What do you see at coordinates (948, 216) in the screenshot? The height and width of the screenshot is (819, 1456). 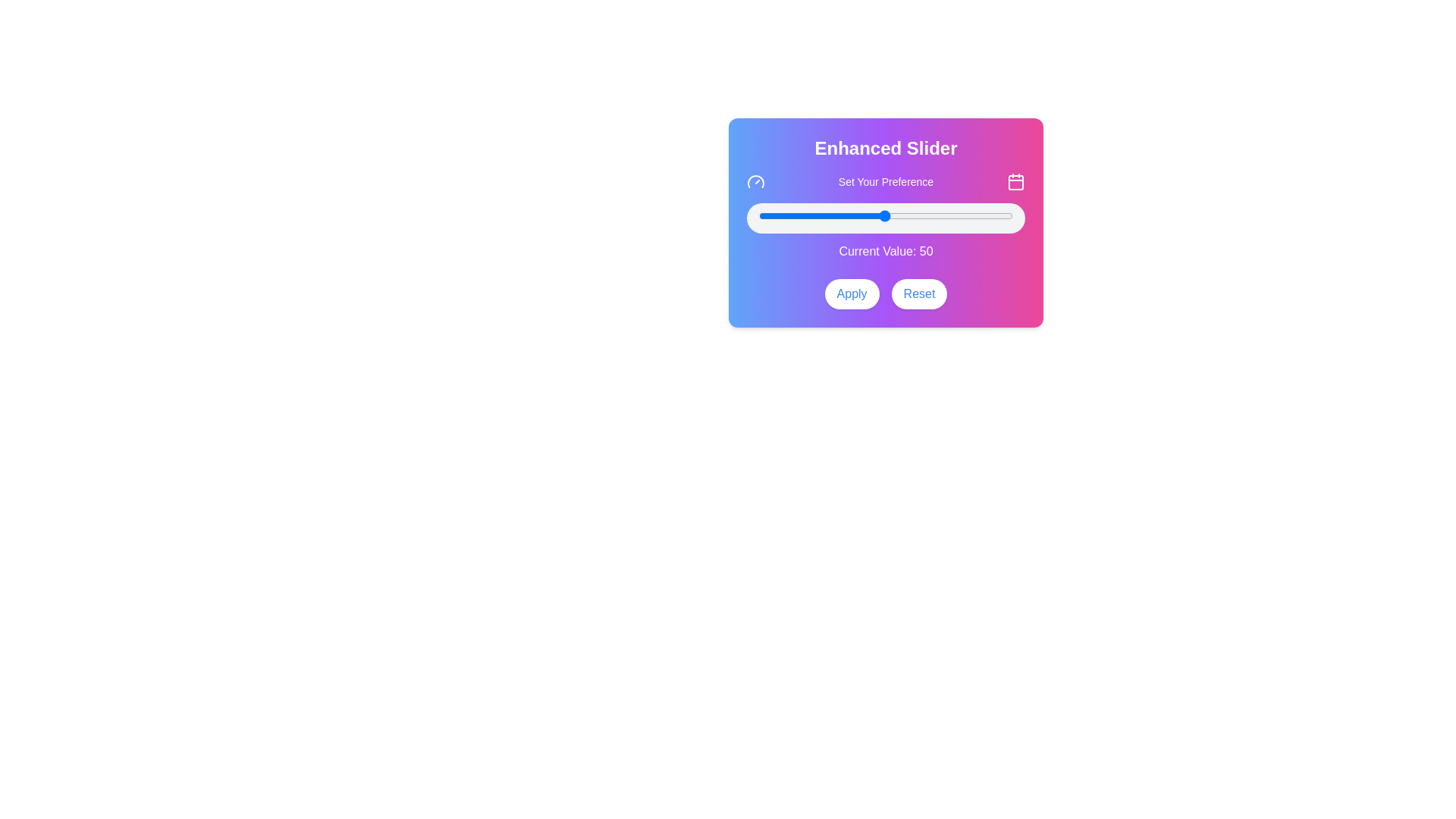 I see `the slider value` at bounding box center [948, 216].